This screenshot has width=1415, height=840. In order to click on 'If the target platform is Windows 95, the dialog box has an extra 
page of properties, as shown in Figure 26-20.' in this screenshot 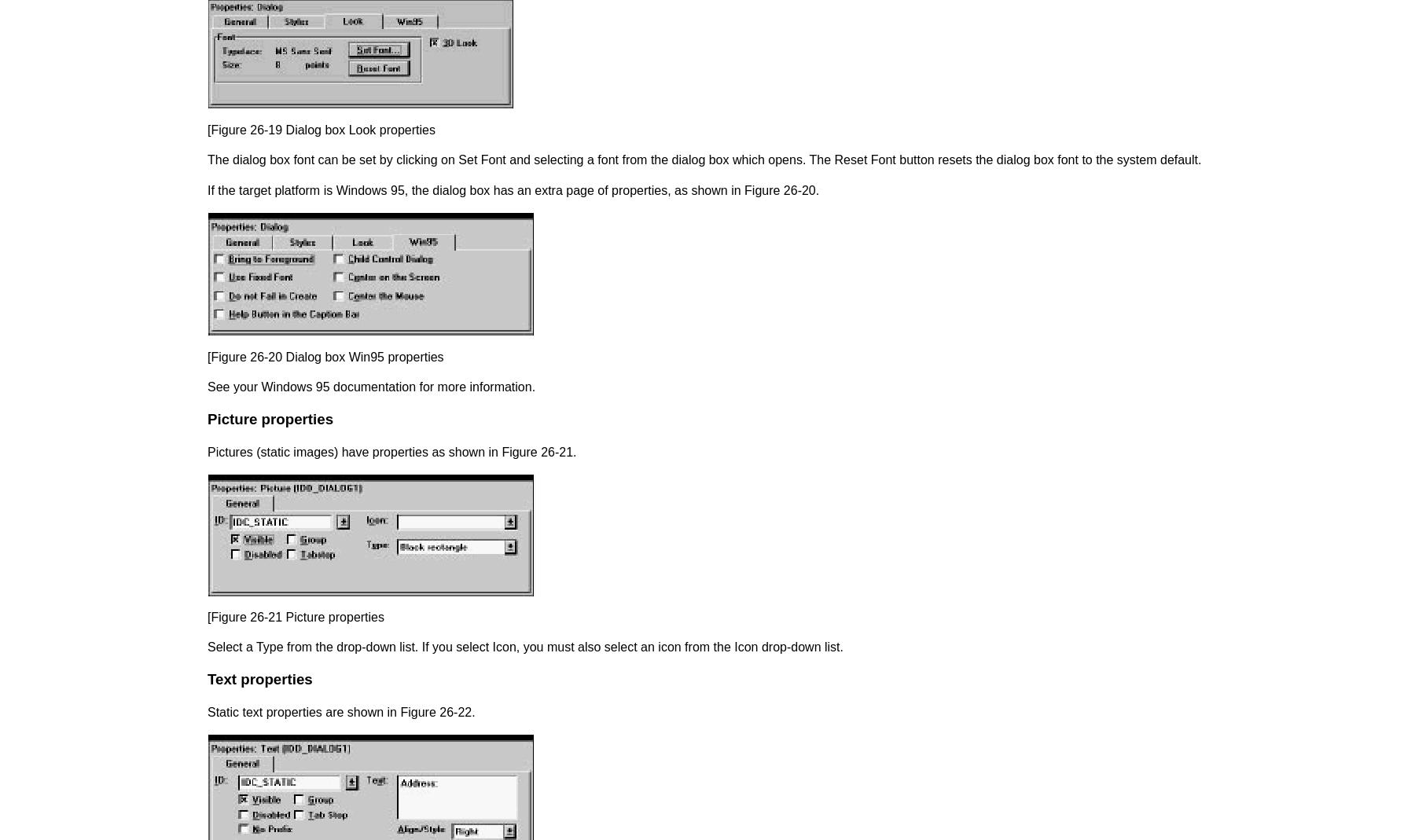, I will do `click(513, 189)`.